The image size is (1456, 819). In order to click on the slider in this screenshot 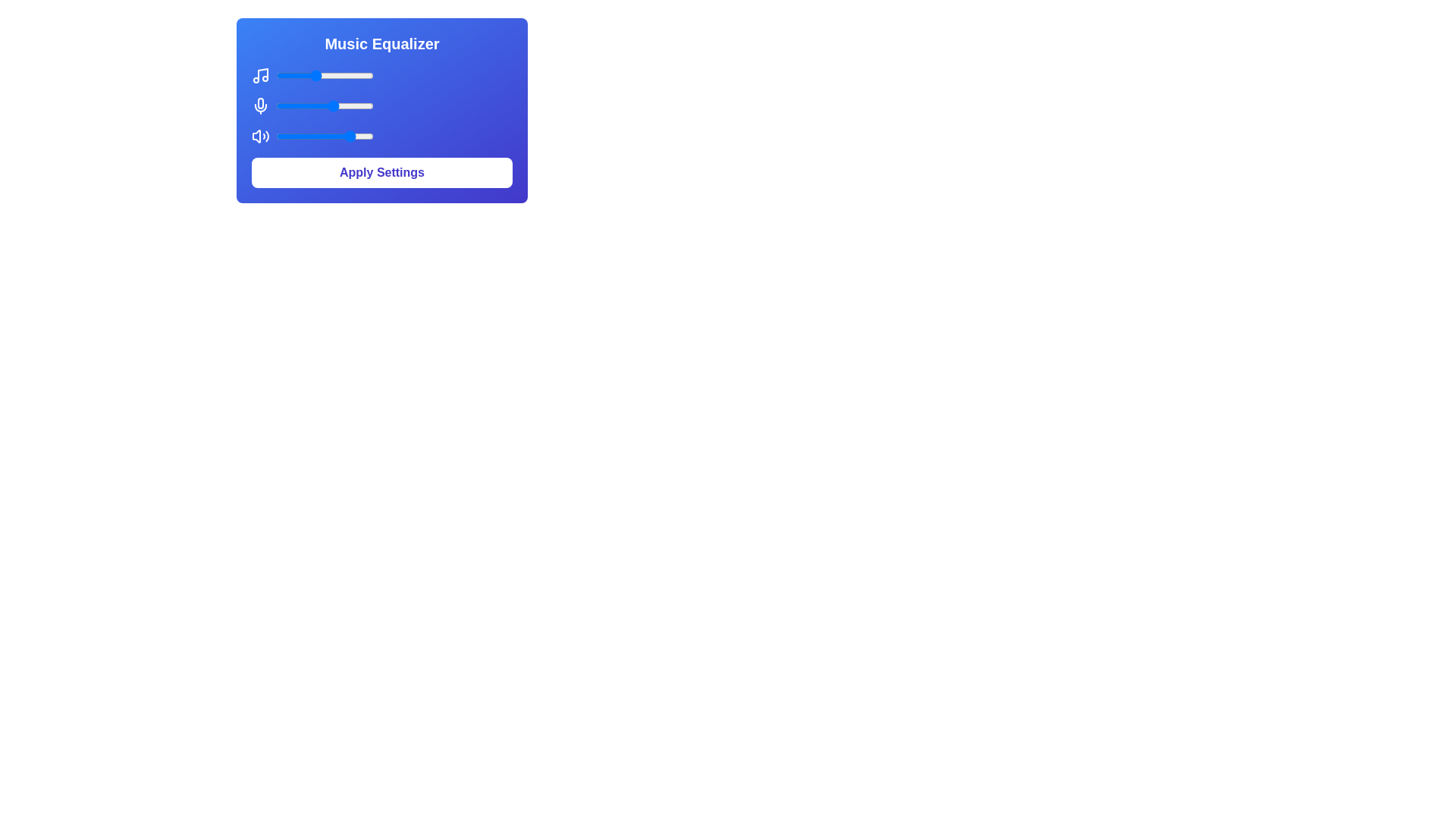, I will do `click(313, 105)`.